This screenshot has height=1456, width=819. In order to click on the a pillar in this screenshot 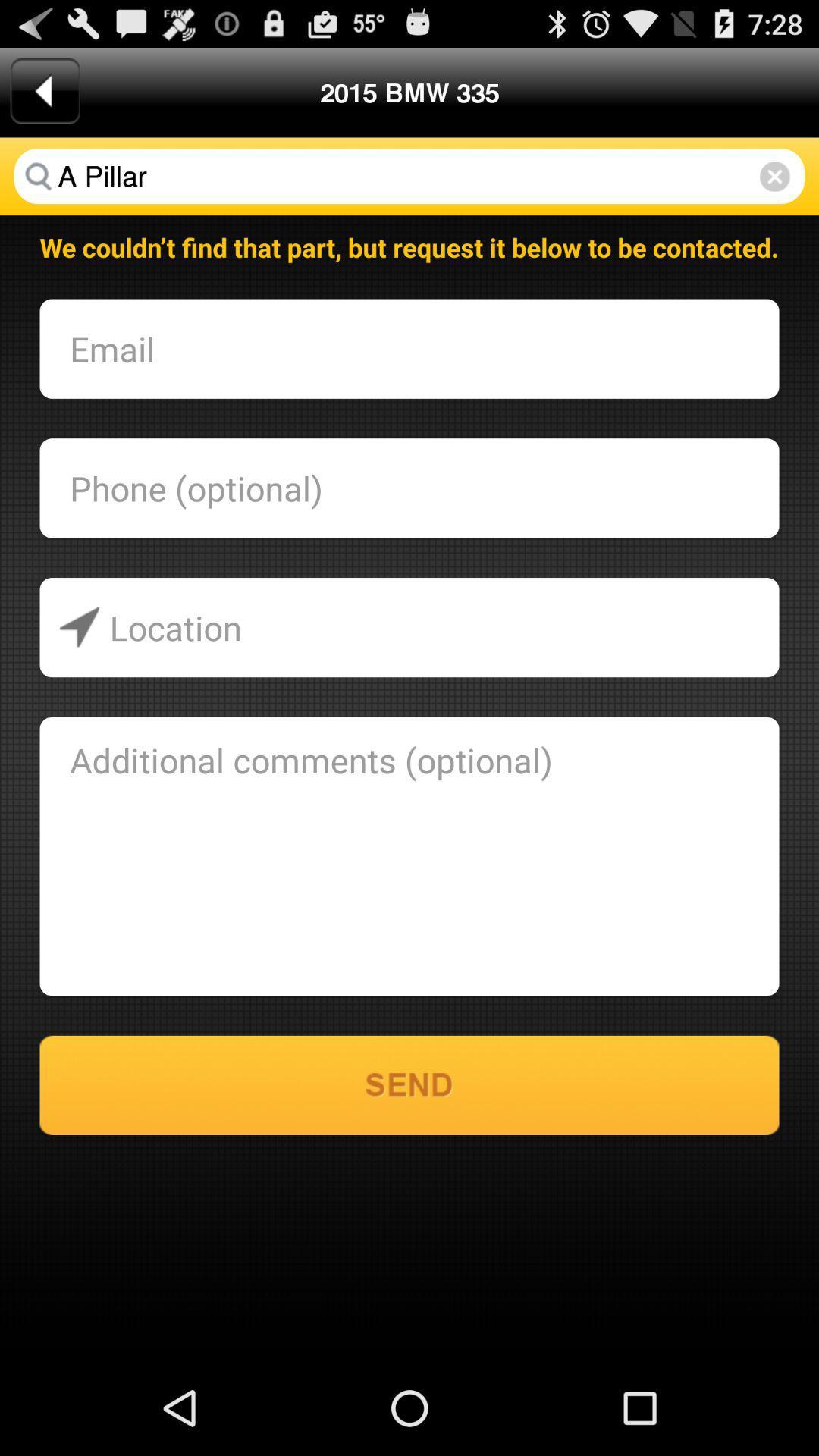, I will do `click(409, 176)`.